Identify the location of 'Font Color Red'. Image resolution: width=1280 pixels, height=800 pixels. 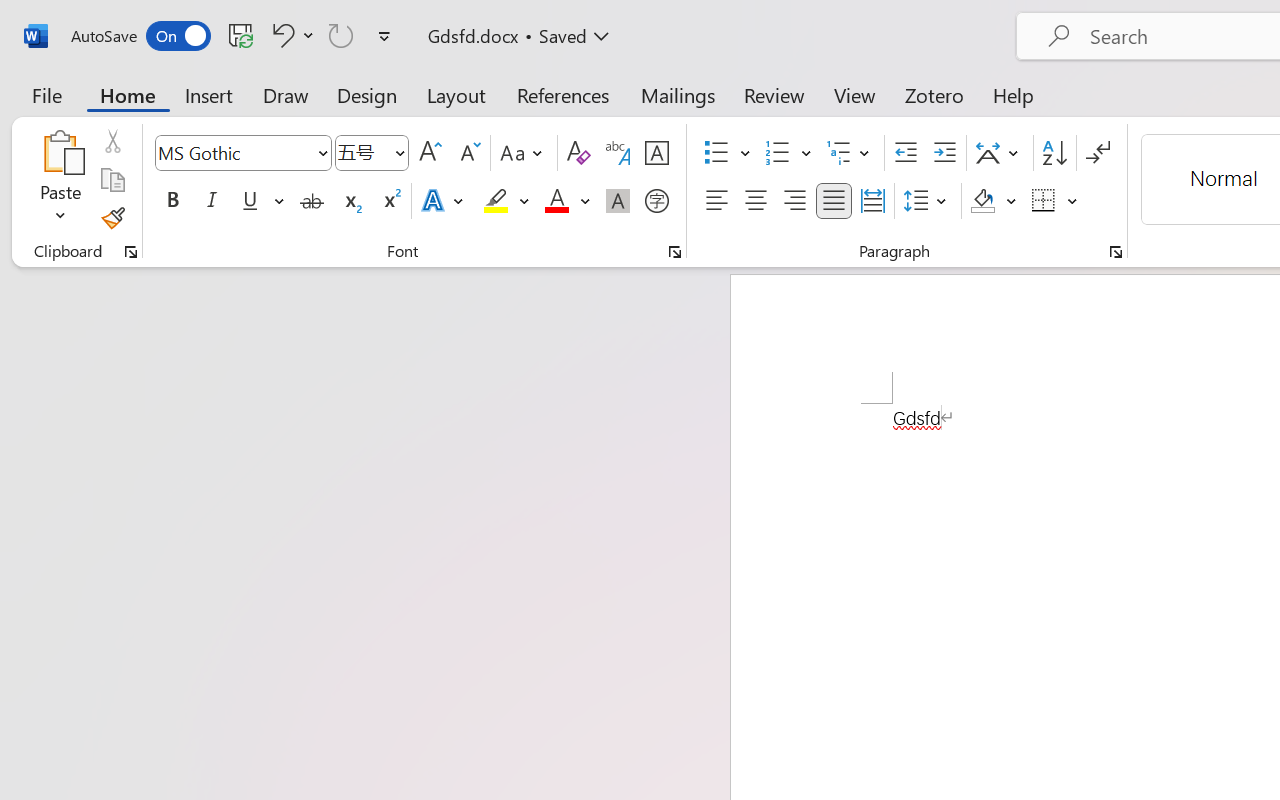
(556, 201).